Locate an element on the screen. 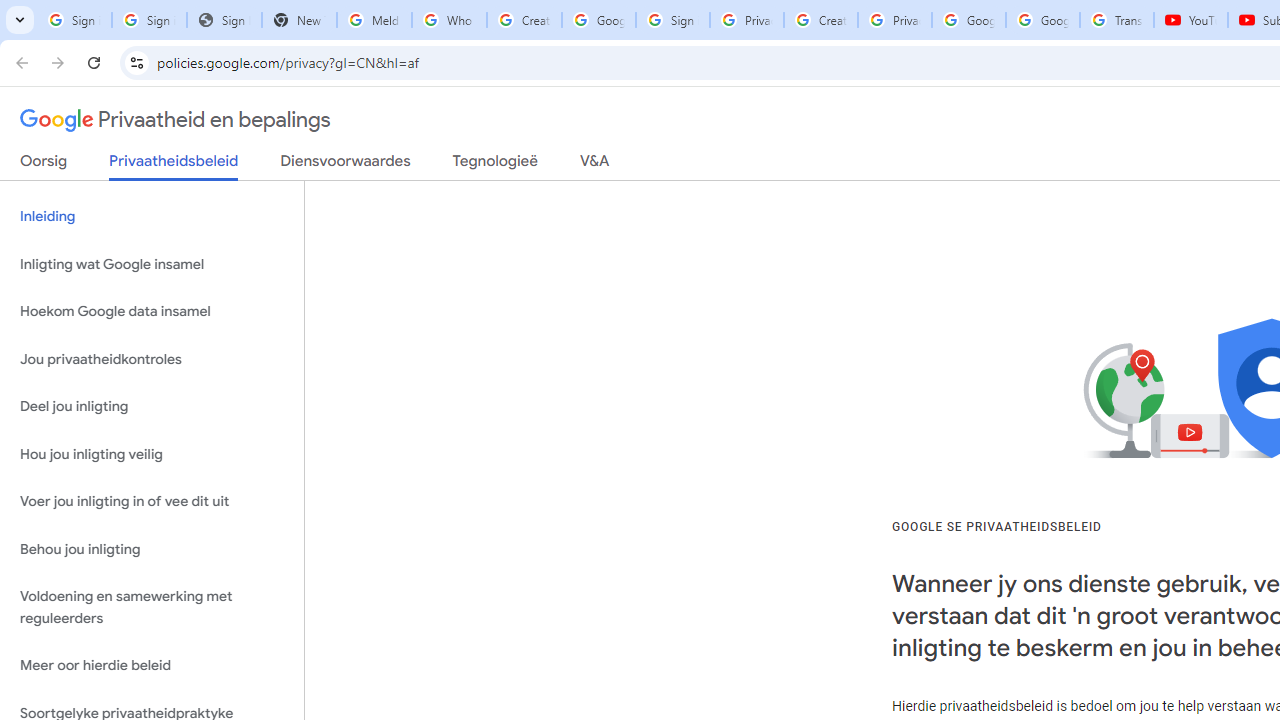 This screenshot has width=1280, height=720. 'Who is my administrator? - Google Account Help' is located at coordinates (448, 20).